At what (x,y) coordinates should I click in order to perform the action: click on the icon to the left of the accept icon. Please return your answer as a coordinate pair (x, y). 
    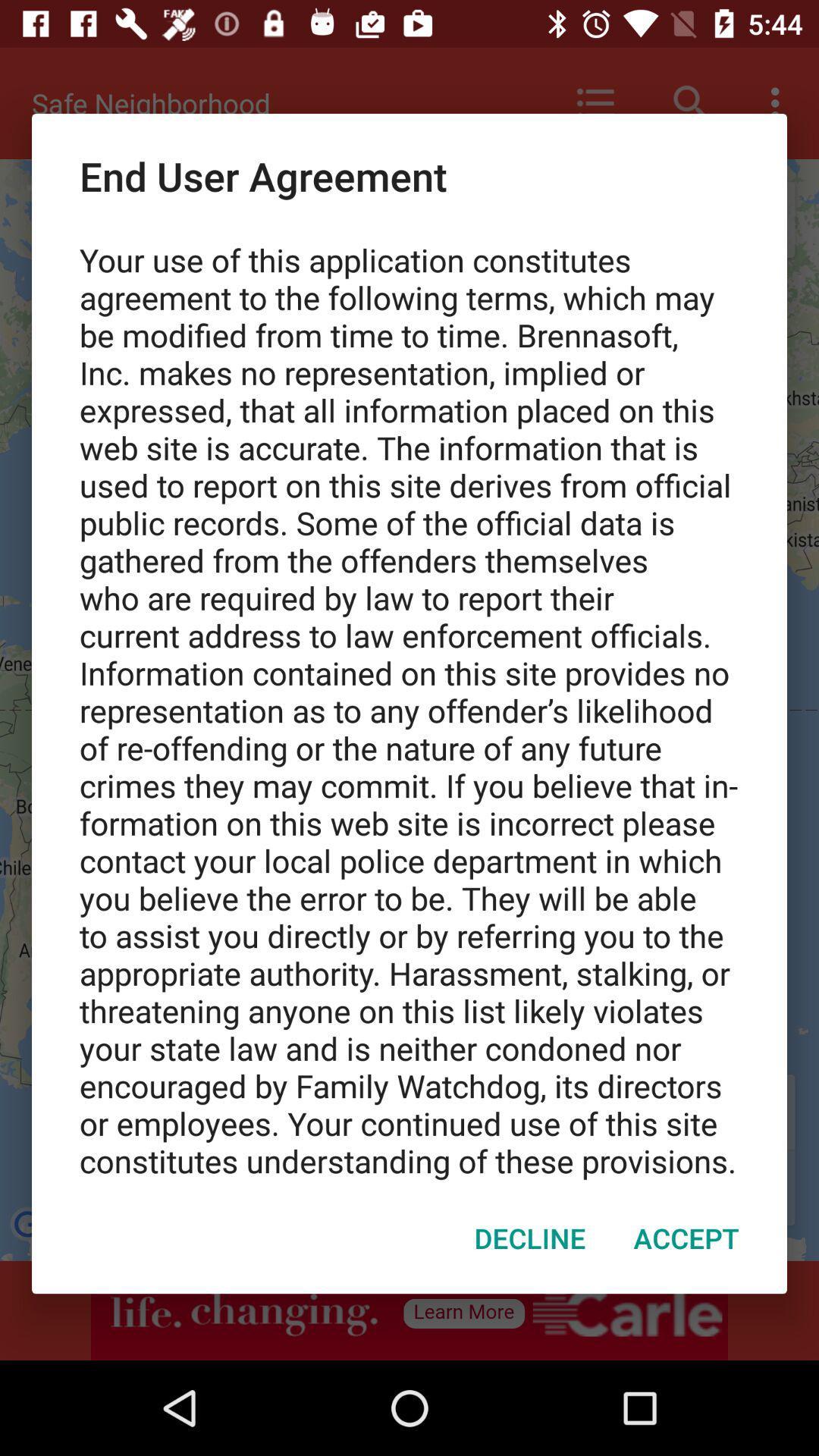
    Looking at the image, I should click on (529, 1238).